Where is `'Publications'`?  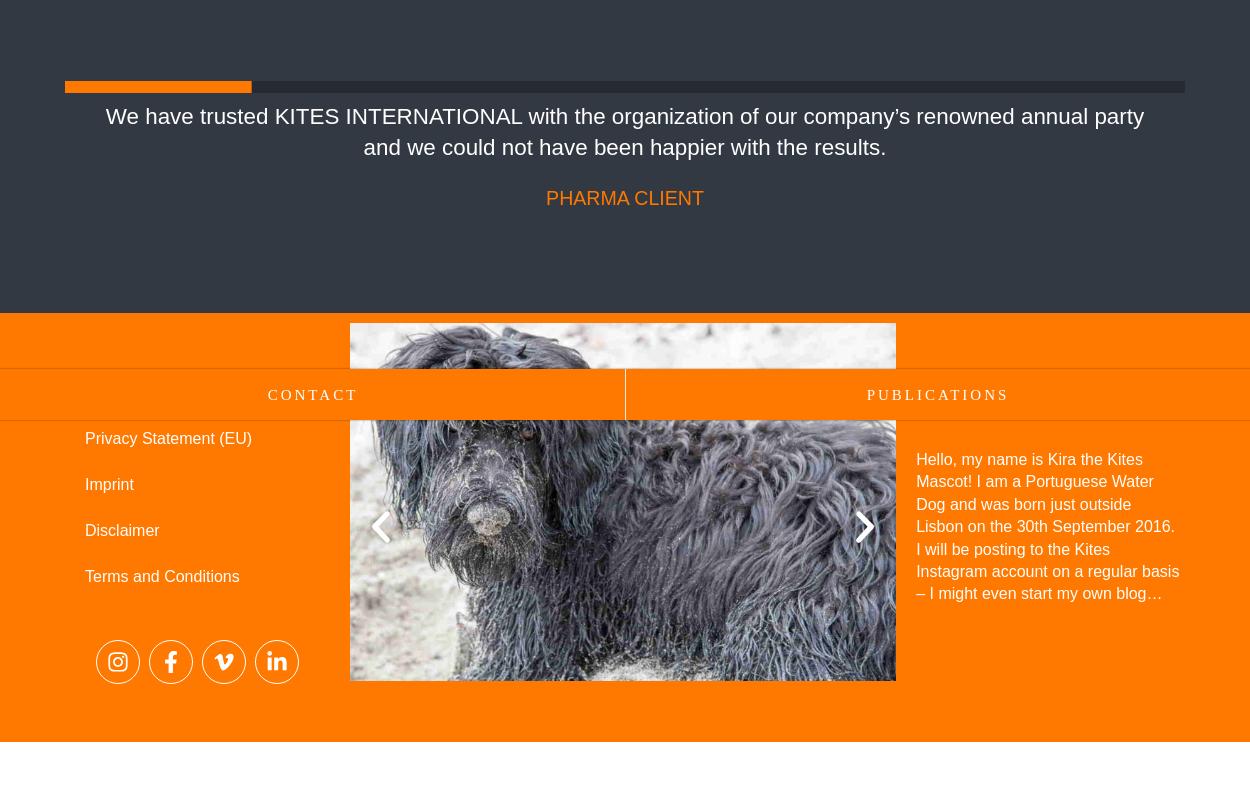
'Publications' is located at coordinates (937, 395).